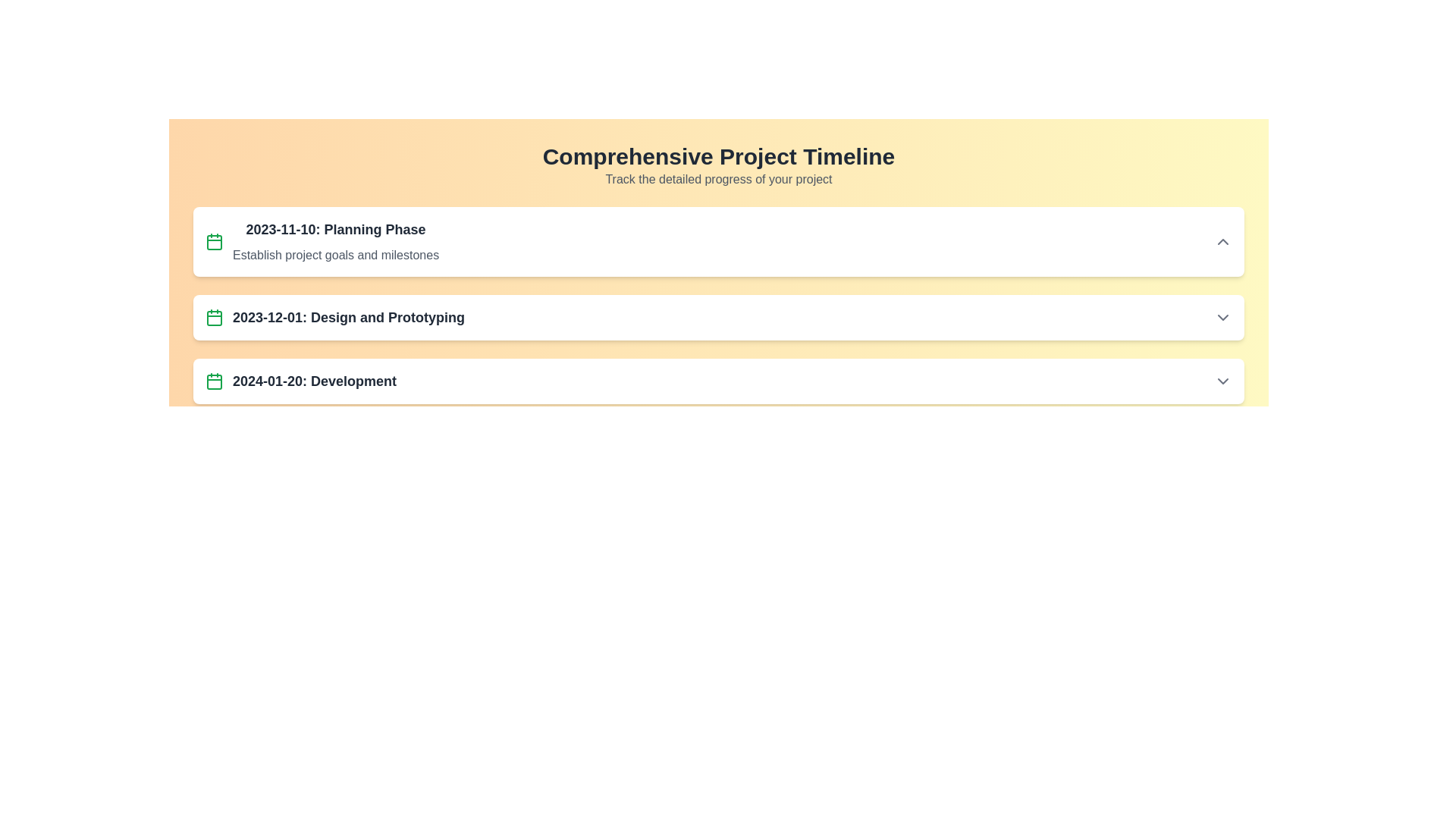 This screenshot has height=819, width=1456. What do you see at coordinates (314, 380) in the screenshot?
I see `text label displaying the date '2024-01-20' and the phase label 'Development' located in the third card of the vertically stacked list under 'Comprehensive Project Timeline'` at bounding box center [314, 380].